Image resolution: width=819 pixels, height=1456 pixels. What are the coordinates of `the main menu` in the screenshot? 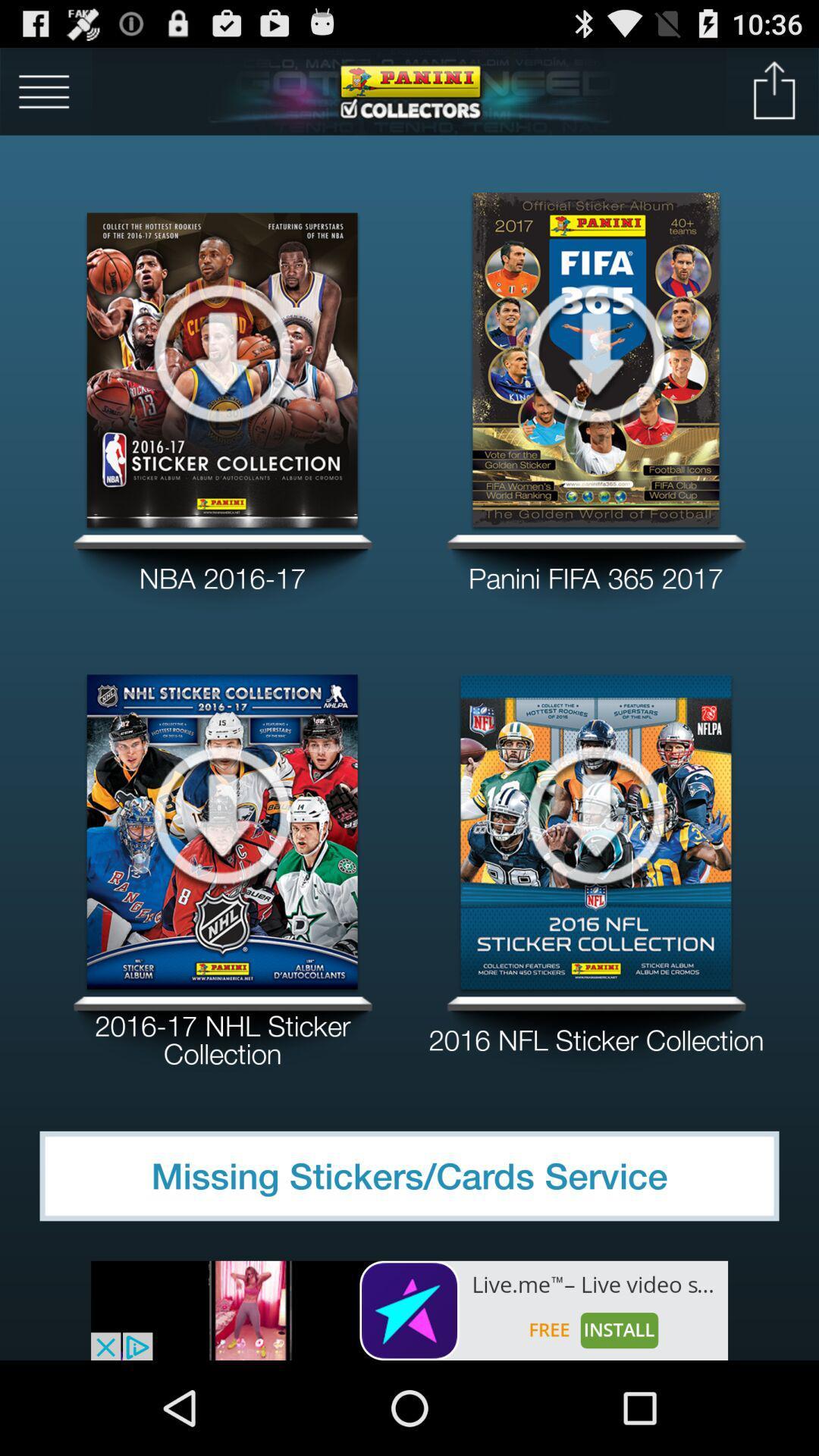 It's located at (178, 83).